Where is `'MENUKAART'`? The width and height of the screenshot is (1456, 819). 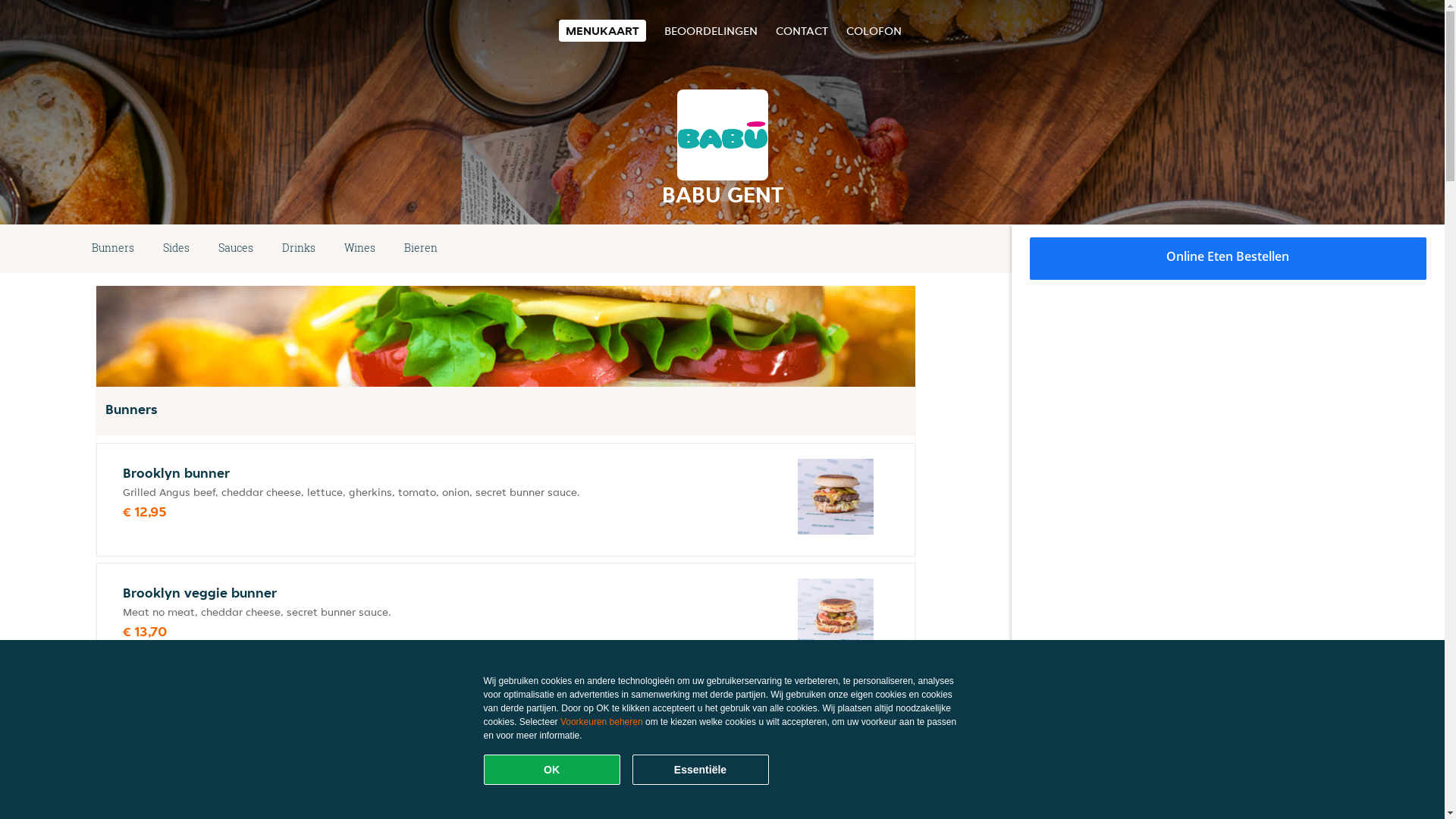
'MENUKAART' is located at coordinates (601, 30).